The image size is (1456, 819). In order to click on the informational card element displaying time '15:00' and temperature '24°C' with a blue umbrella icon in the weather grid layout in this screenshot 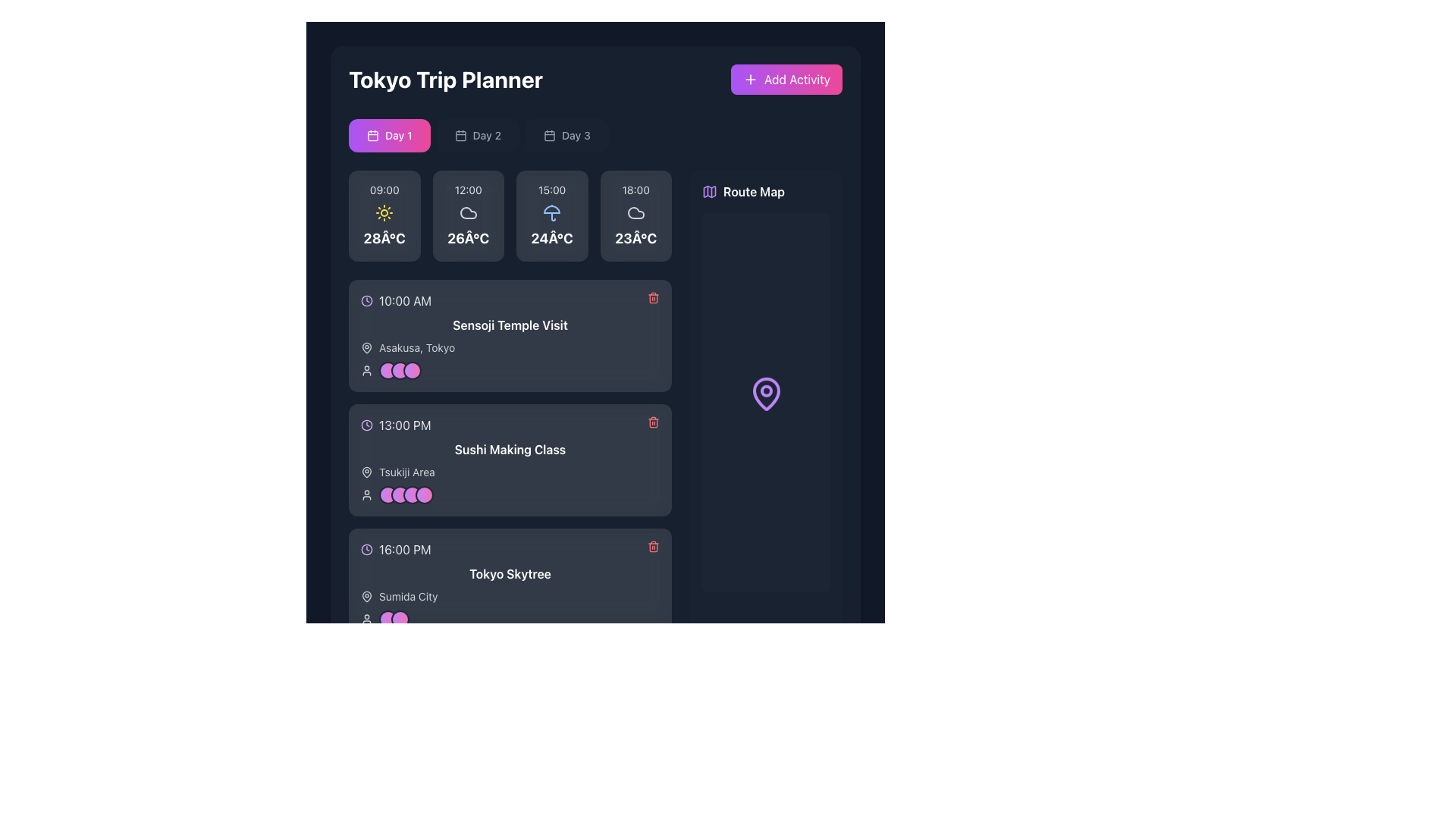, I will do `click(510, 216)`.